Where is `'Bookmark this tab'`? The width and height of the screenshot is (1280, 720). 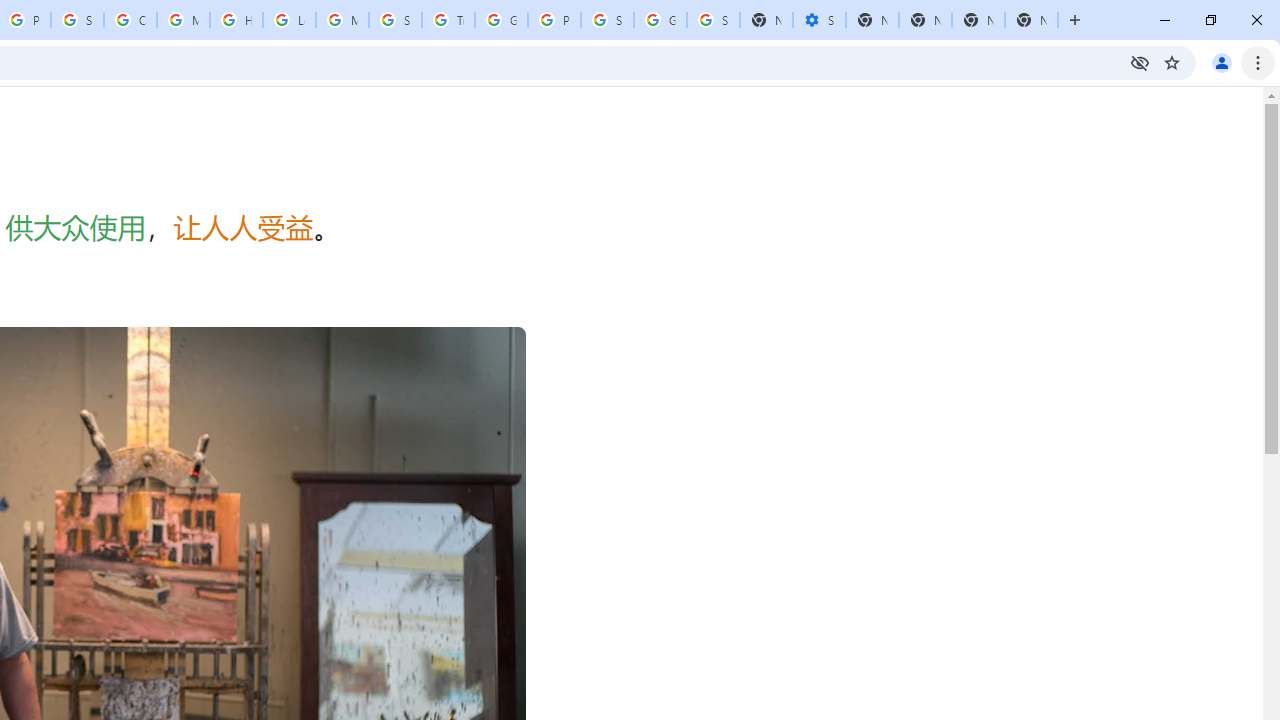 'Bookmark this tab' is located at coordinates (1171, 61).